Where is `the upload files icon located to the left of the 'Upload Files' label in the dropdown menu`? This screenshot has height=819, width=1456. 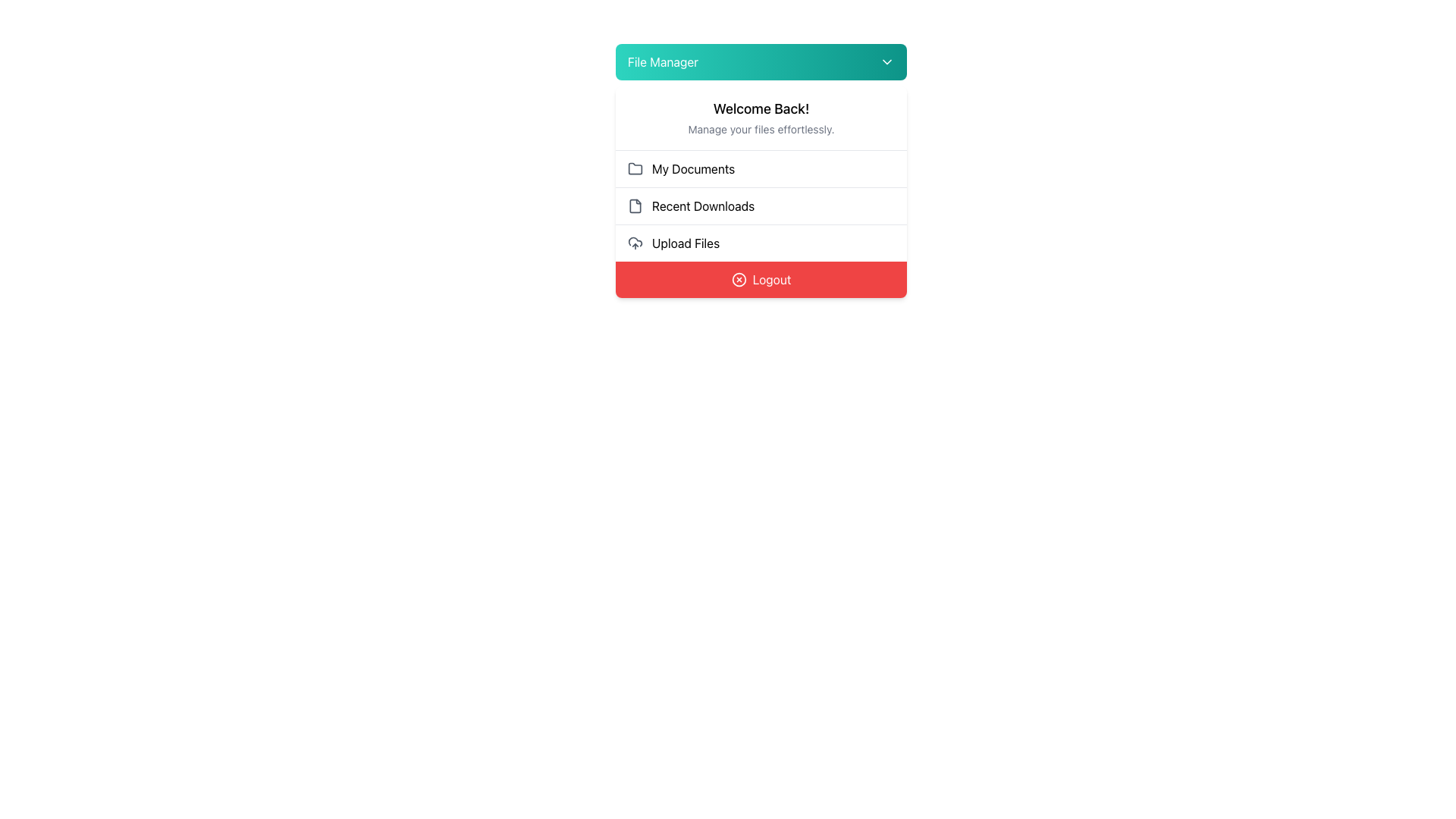 the upload files icon located to the left of the 'Upload Files' label in the dropdown menu is located at coordinates (635, 242).